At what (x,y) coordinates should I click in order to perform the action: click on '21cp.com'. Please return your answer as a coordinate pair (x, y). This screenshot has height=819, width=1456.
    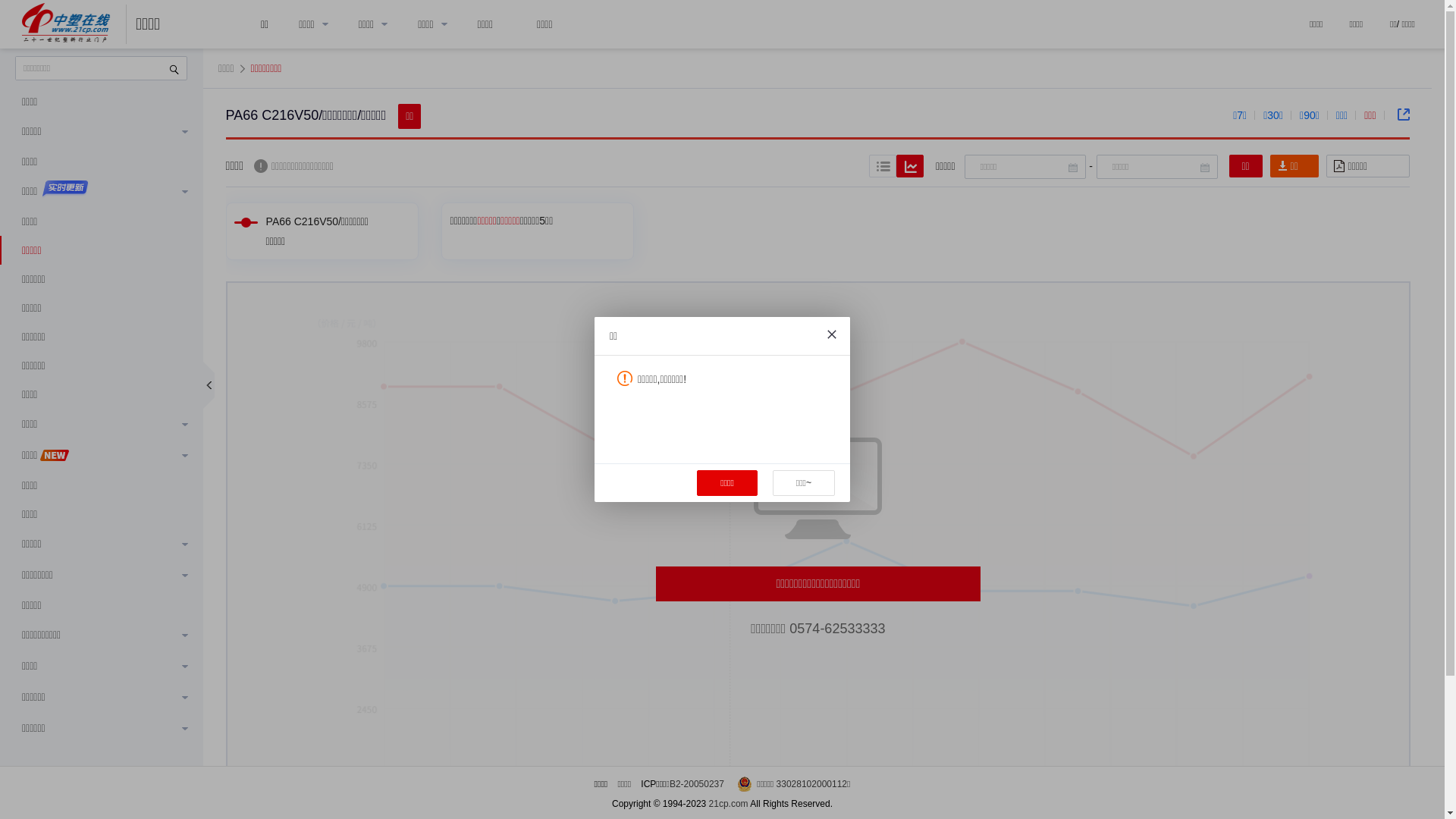
    Looking at the image, I should click on (728, 803).